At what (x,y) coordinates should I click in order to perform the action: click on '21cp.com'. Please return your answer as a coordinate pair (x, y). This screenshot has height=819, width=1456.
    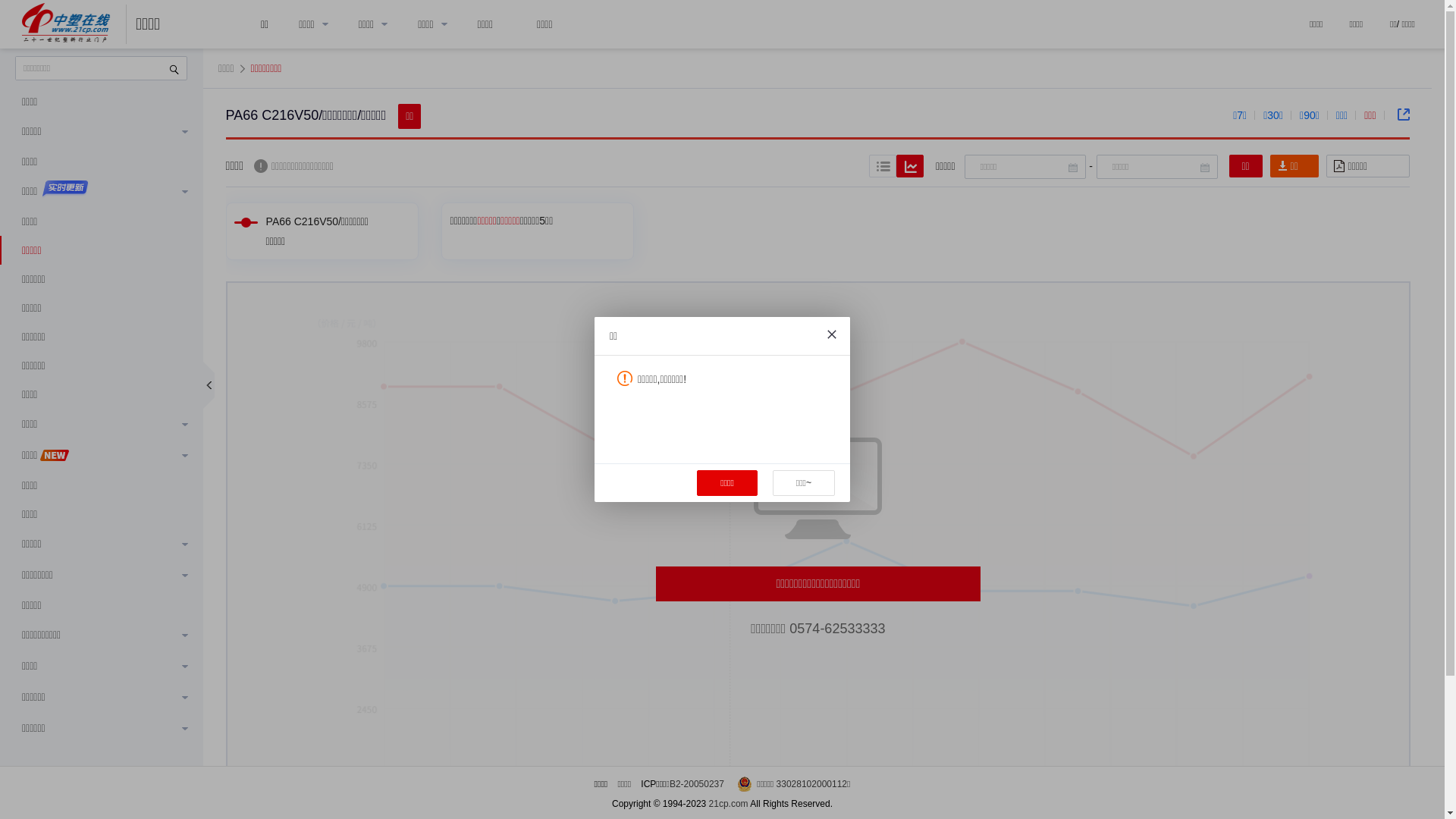
    Looking at the image, I should click on (728, 803).